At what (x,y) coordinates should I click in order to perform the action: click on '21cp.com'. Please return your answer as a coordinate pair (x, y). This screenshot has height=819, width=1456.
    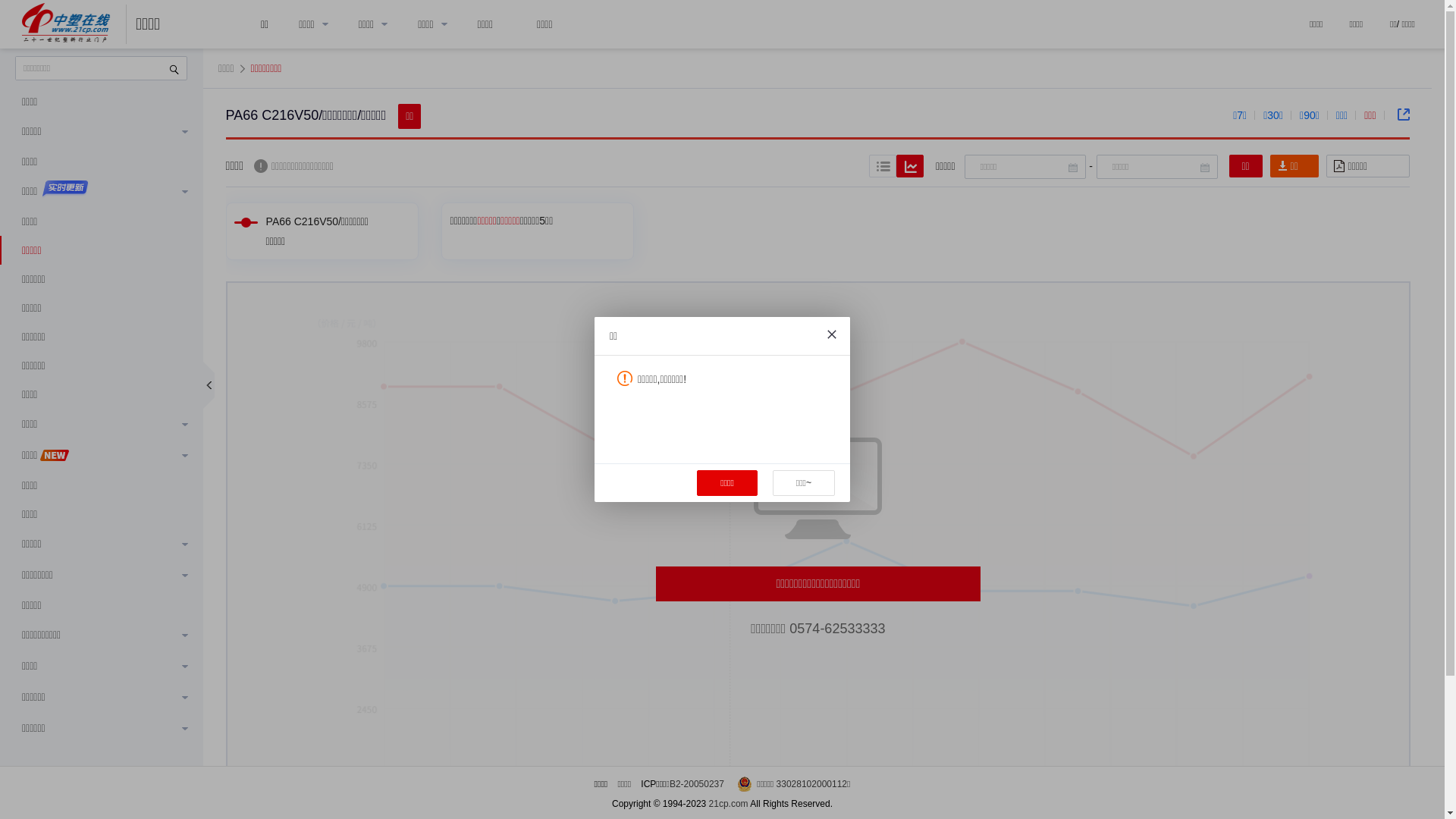
    Looking at the image, I should click on (728, 803).